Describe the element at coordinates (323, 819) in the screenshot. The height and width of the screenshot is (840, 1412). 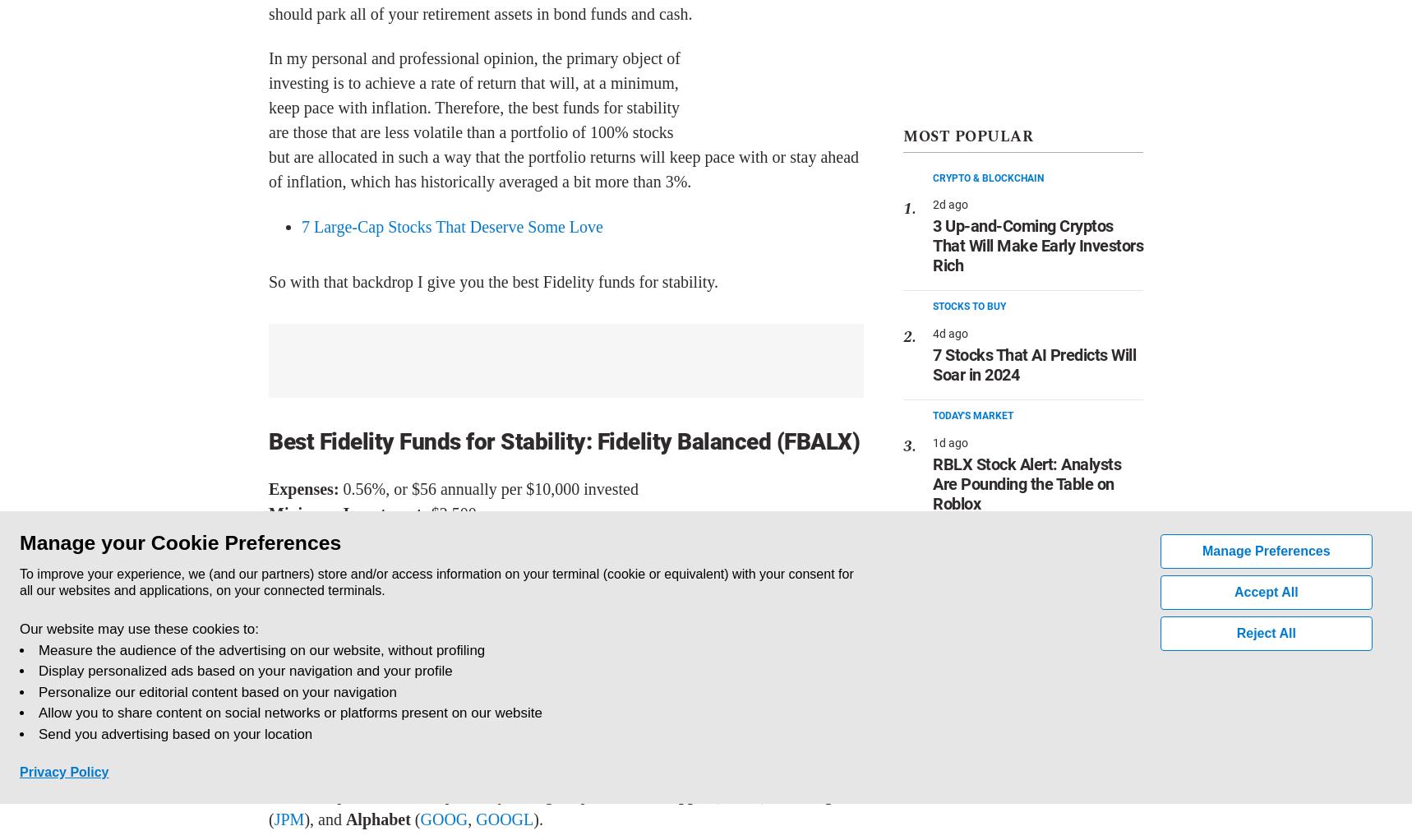
I see `'), and'` at that location.